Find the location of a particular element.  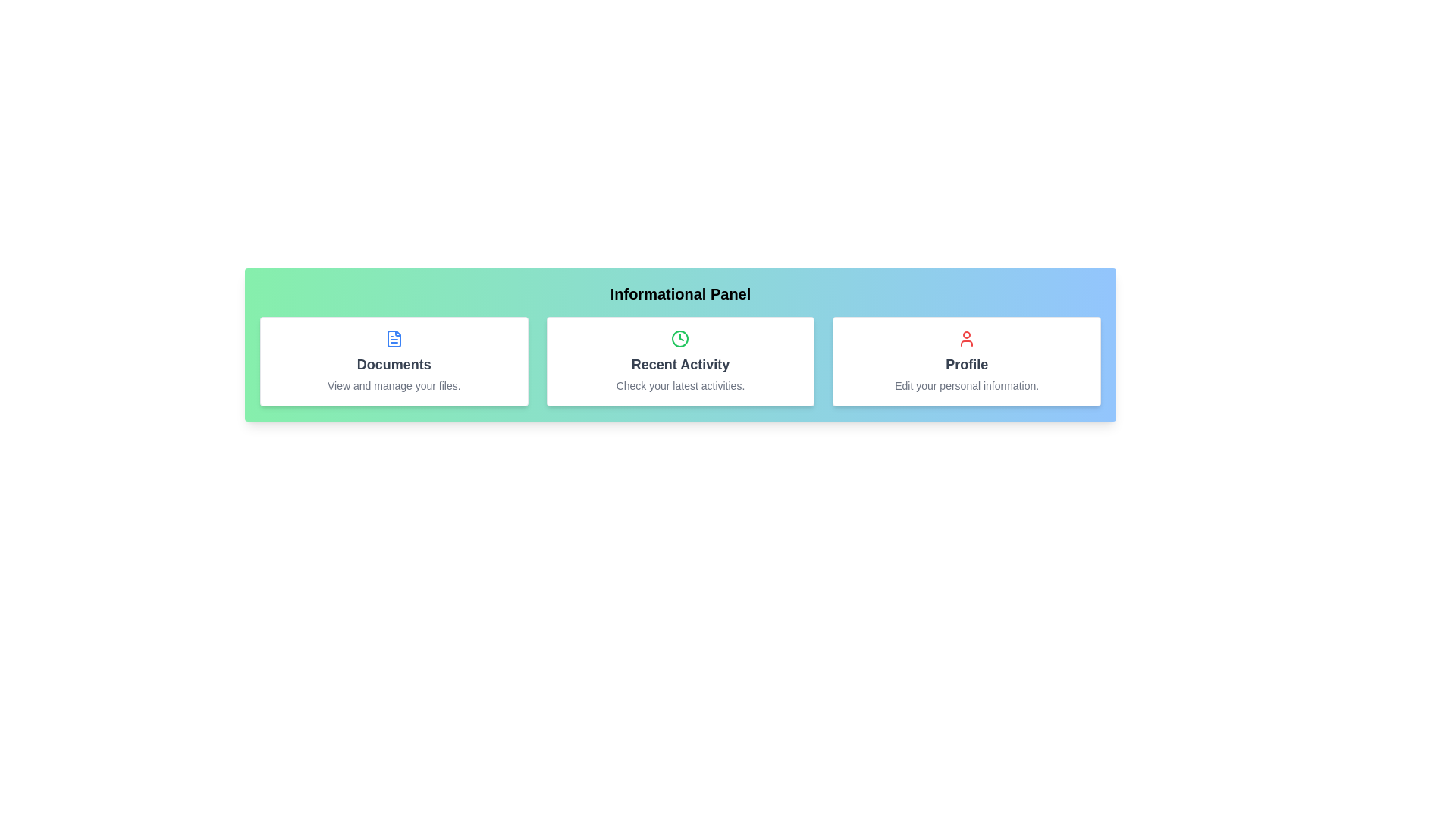

the informational card labeled Recent Activity is located at coordinates (679, 362).